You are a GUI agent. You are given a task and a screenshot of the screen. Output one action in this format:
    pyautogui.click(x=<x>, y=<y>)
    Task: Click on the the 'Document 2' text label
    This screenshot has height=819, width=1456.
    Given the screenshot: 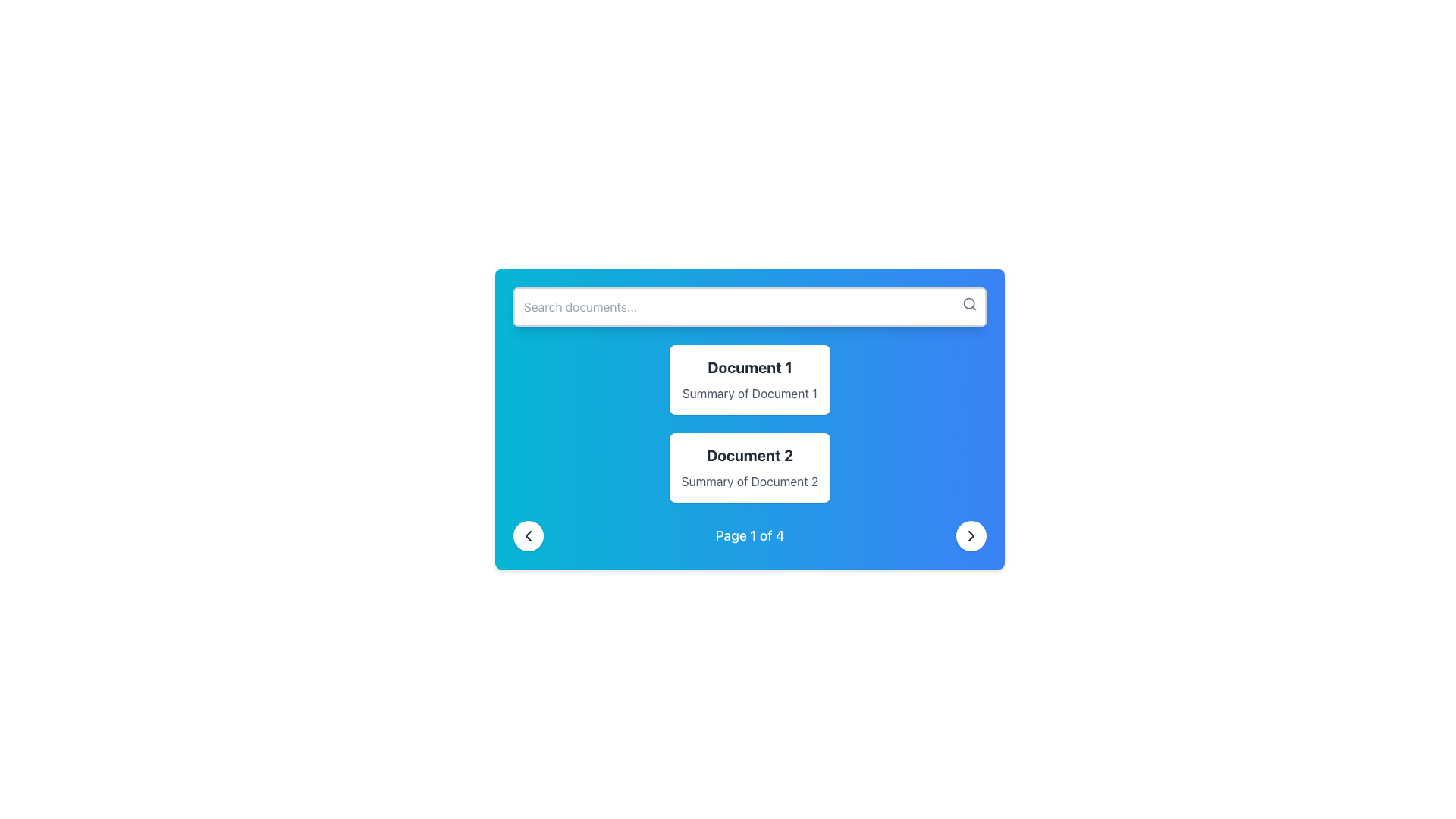 What is the action you would take?
    pyautogui.click(x=749, y=455)
    